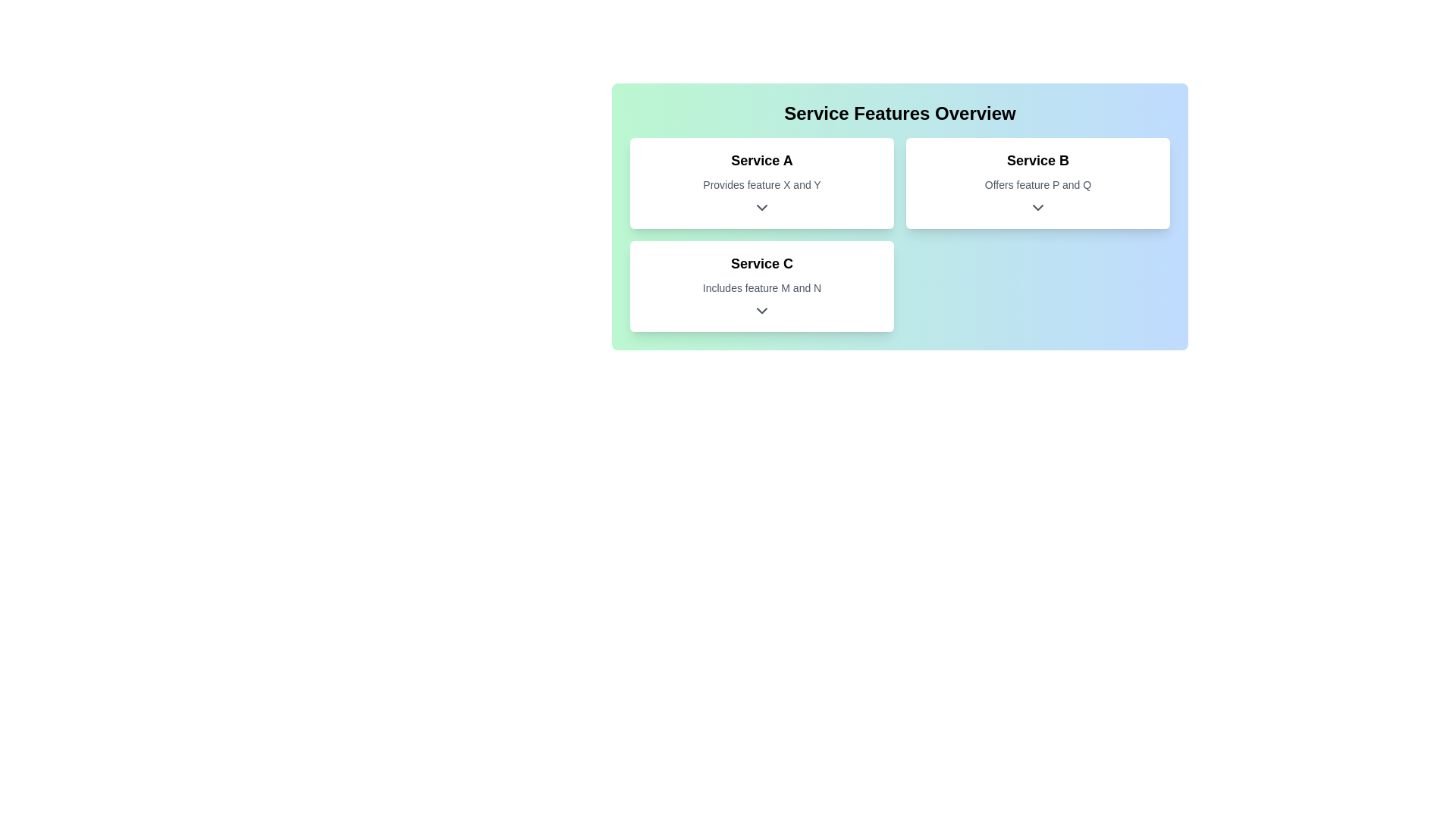  I want to click on the text label that says 'Provides feature X and Y', which is styled in lighter gray and located below the title 'Service A' within the card labeled 'Service A', so click(761, 184).